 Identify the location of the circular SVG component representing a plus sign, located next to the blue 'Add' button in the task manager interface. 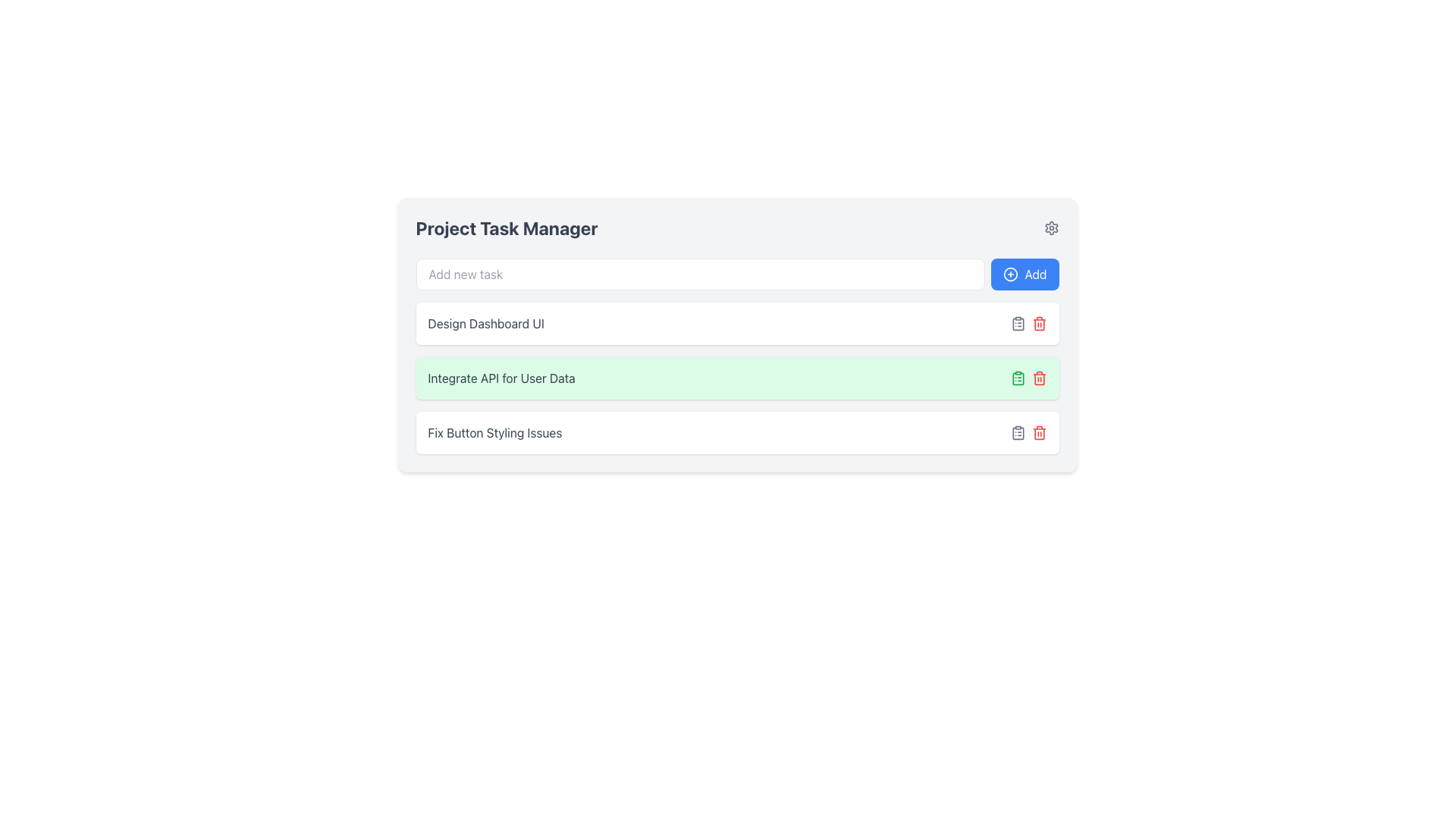
(1011, 275).